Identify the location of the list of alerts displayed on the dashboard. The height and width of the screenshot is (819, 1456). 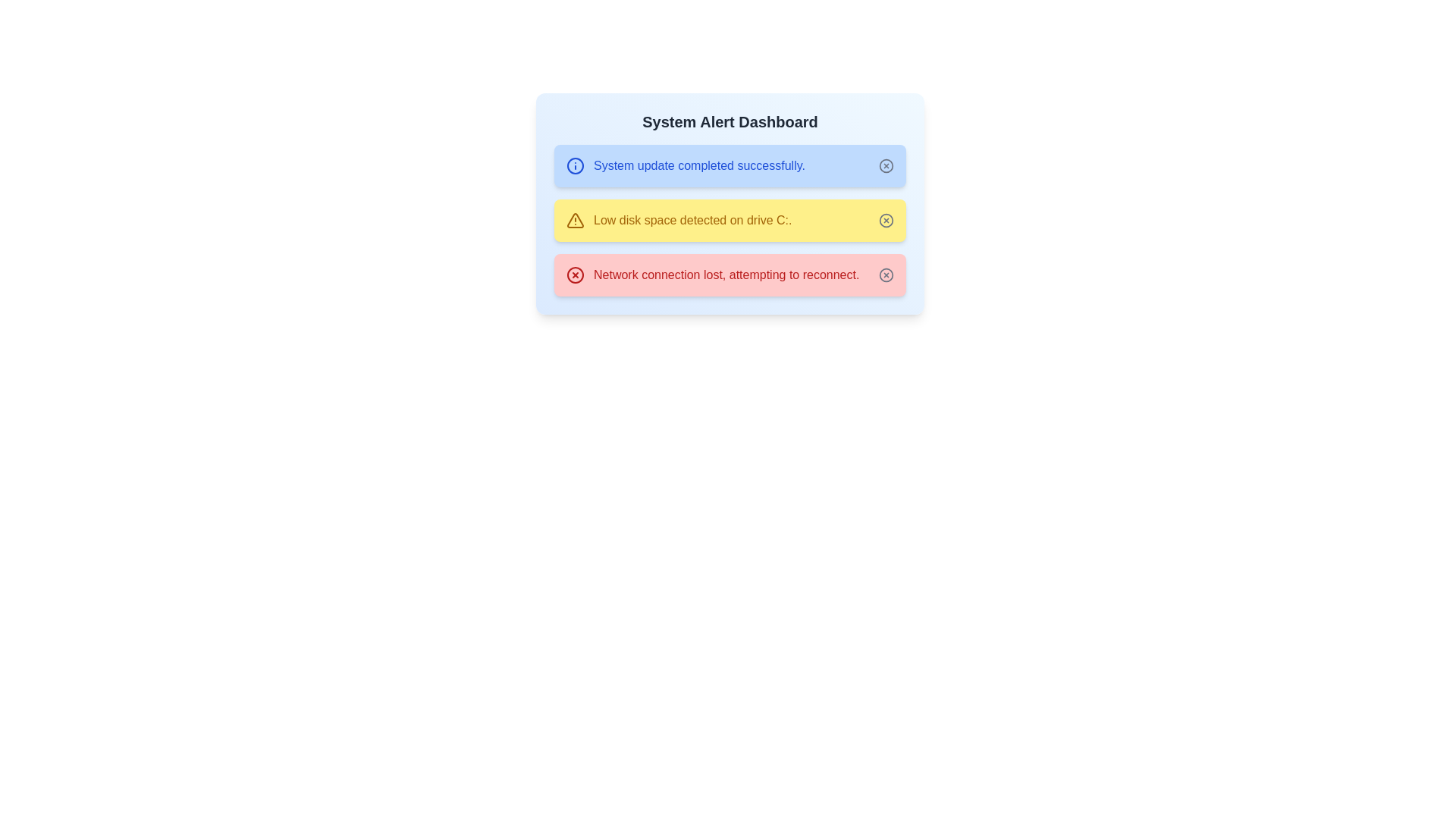
(730, 220).